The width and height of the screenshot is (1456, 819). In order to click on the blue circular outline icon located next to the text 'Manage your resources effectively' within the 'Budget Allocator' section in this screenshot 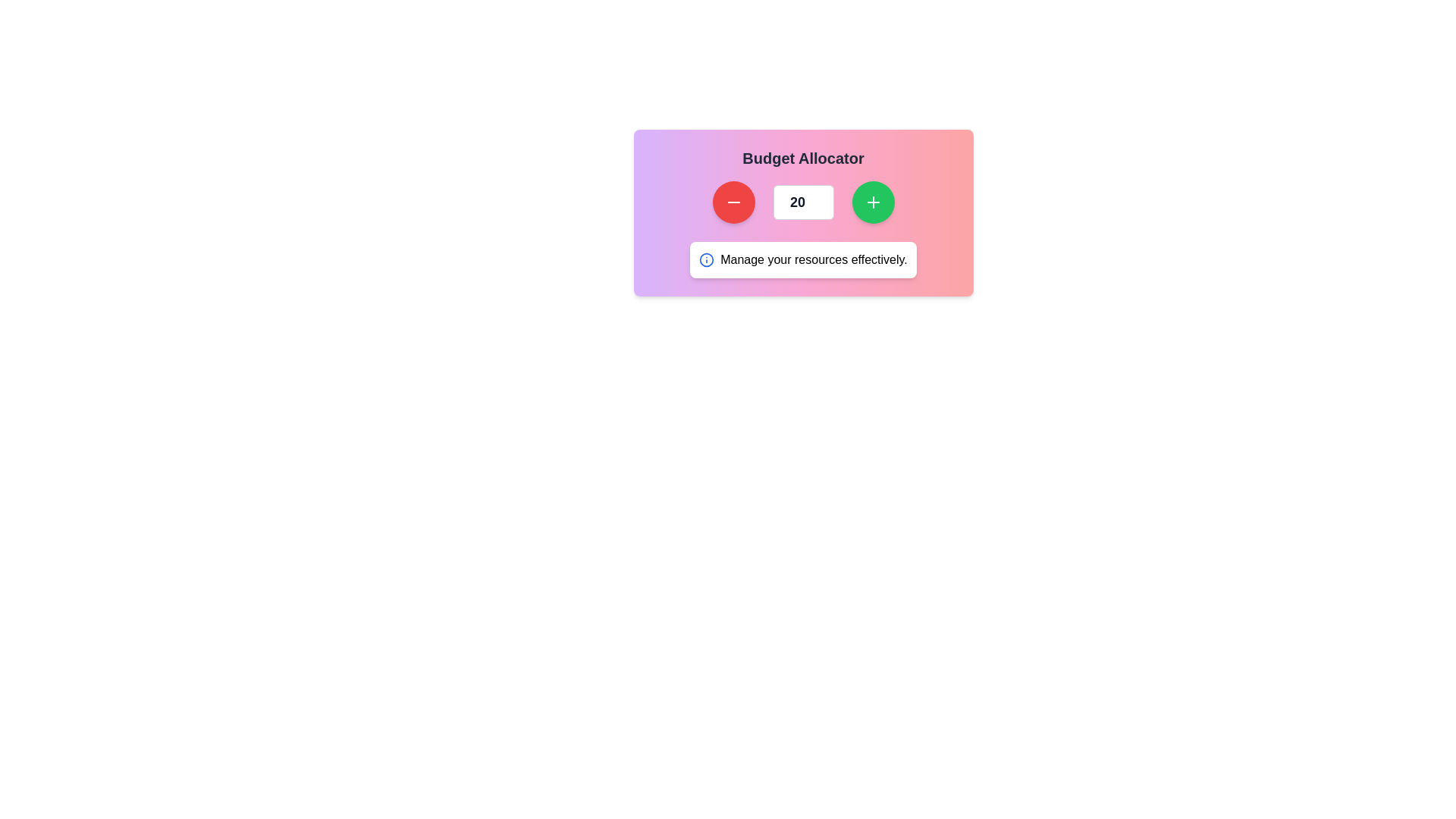, I will do `click(706, 259)`.